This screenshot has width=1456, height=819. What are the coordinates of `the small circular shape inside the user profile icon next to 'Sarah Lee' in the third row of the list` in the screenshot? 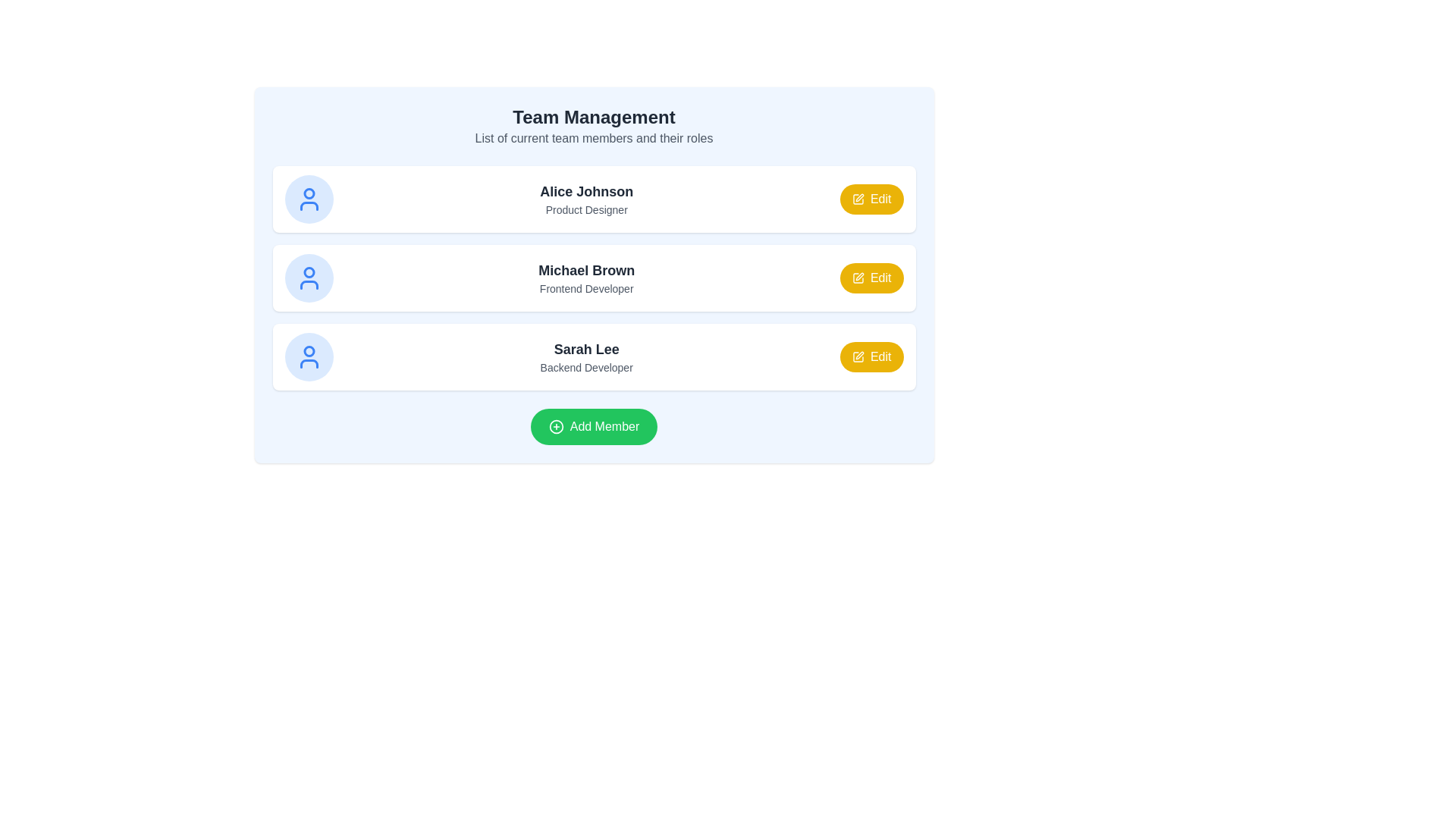 It's located at (308, 351).